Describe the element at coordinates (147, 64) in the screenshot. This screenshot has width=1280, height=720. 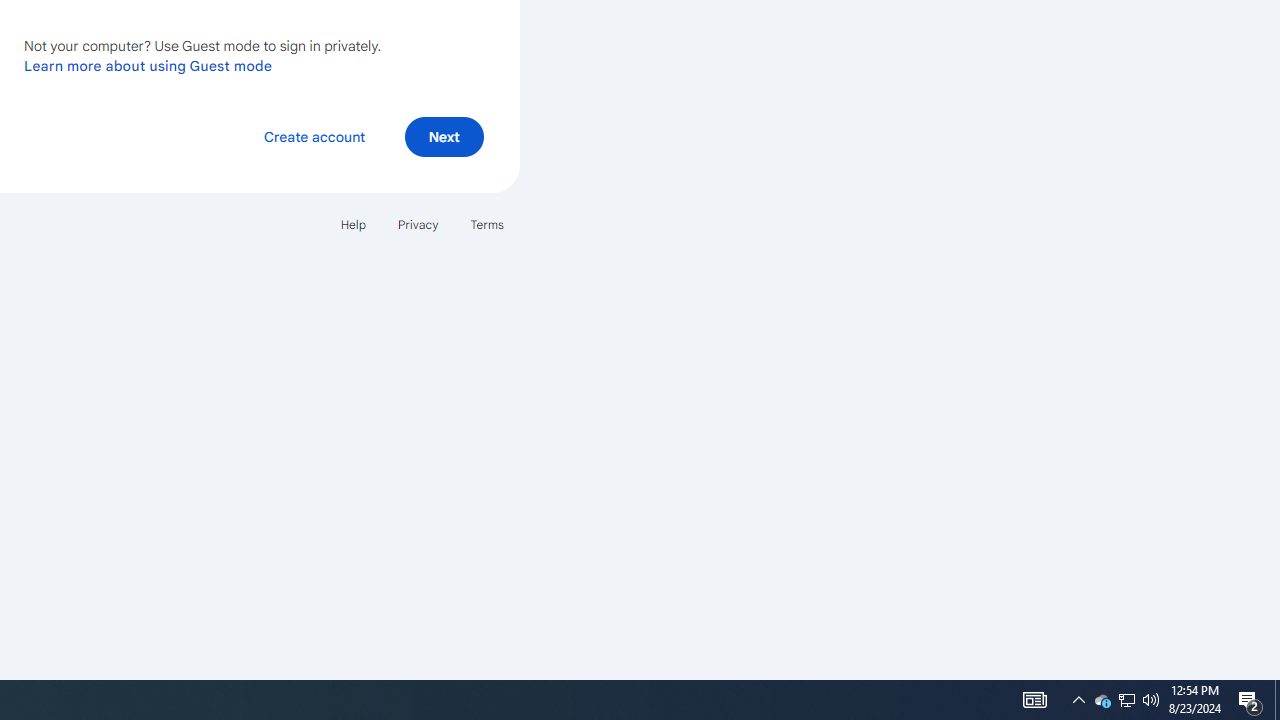
I see `'Learn more about using Guest mode'` at that location.